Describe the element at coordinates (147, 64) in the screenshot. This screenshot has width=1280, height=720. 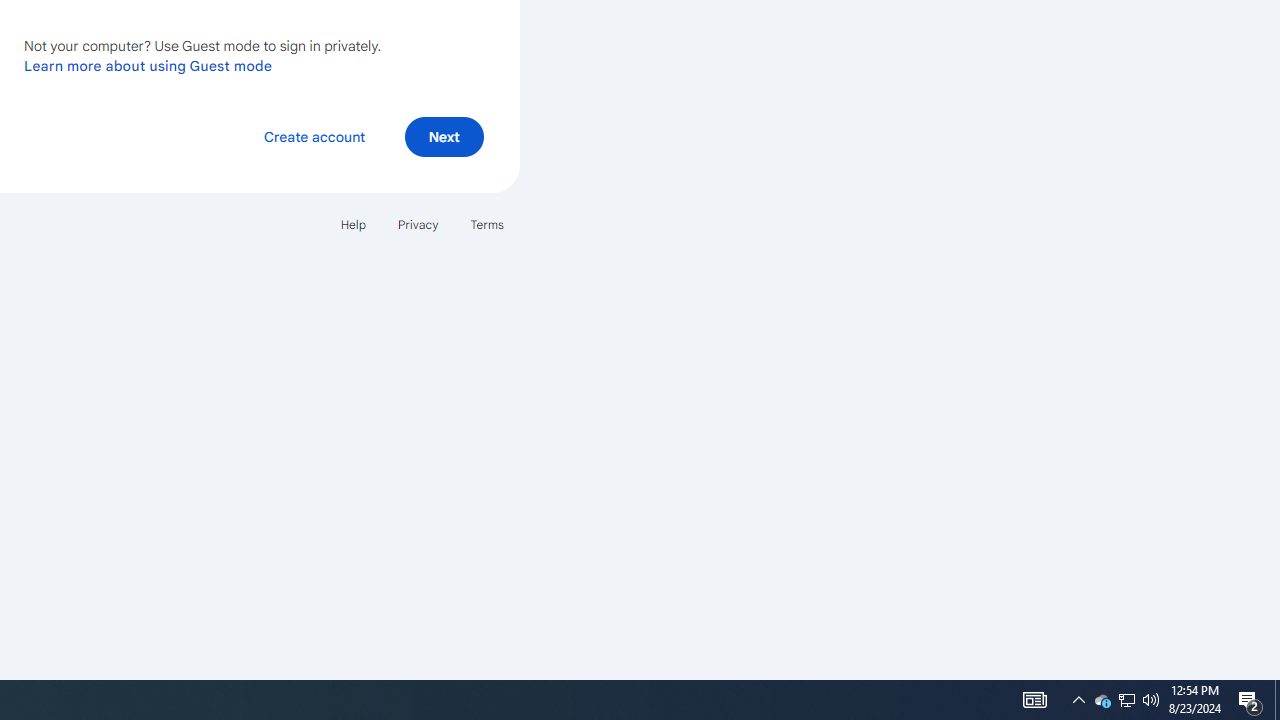
I see `'Learn more about using Guest mode'` at that location.